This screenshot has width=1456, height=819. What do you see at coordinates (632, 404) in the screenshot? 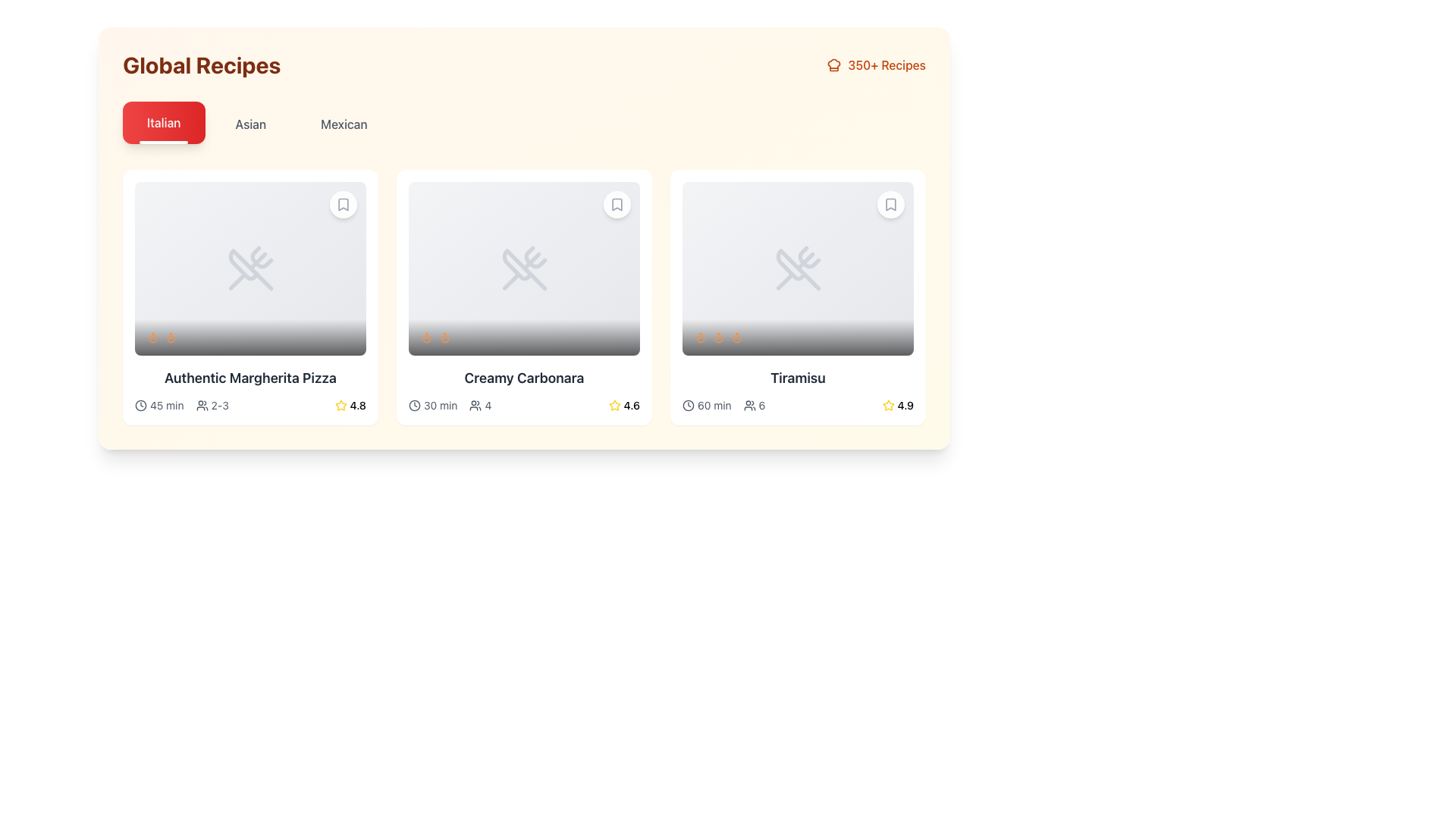
I see `rating value displayed in the text label indicating a score of '4.6', which is located at the bottom-right corner of the 'Creamy Carbonara' recipe card, adjacent to a yellow star icon` at bounding box center [632, 404].